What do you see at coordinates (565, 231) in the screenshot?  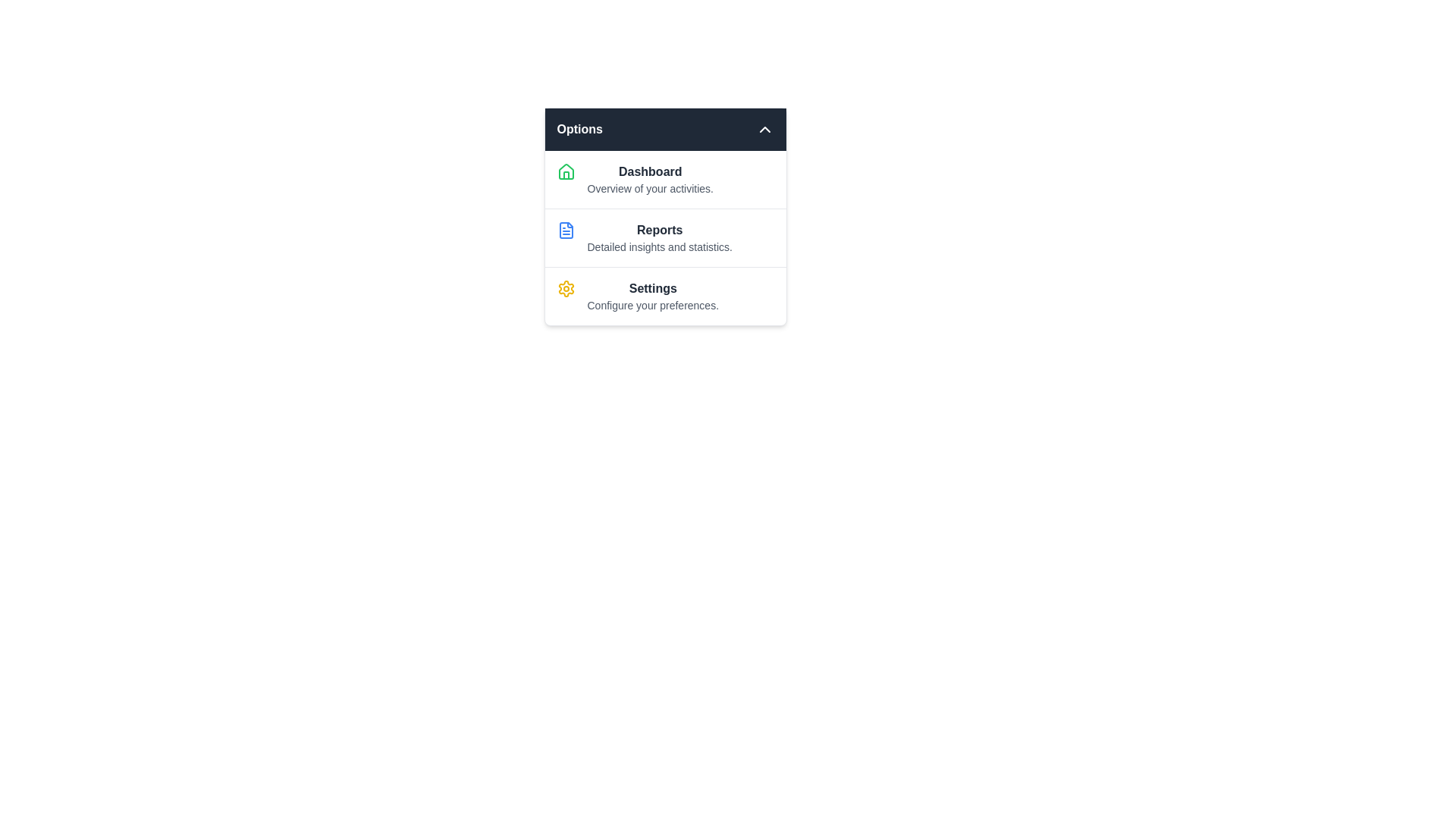 I see `the icon resembling a page or document with a blue outline, positioned to the left of the 'Reports' menu option` at bounding box center [565, 231].